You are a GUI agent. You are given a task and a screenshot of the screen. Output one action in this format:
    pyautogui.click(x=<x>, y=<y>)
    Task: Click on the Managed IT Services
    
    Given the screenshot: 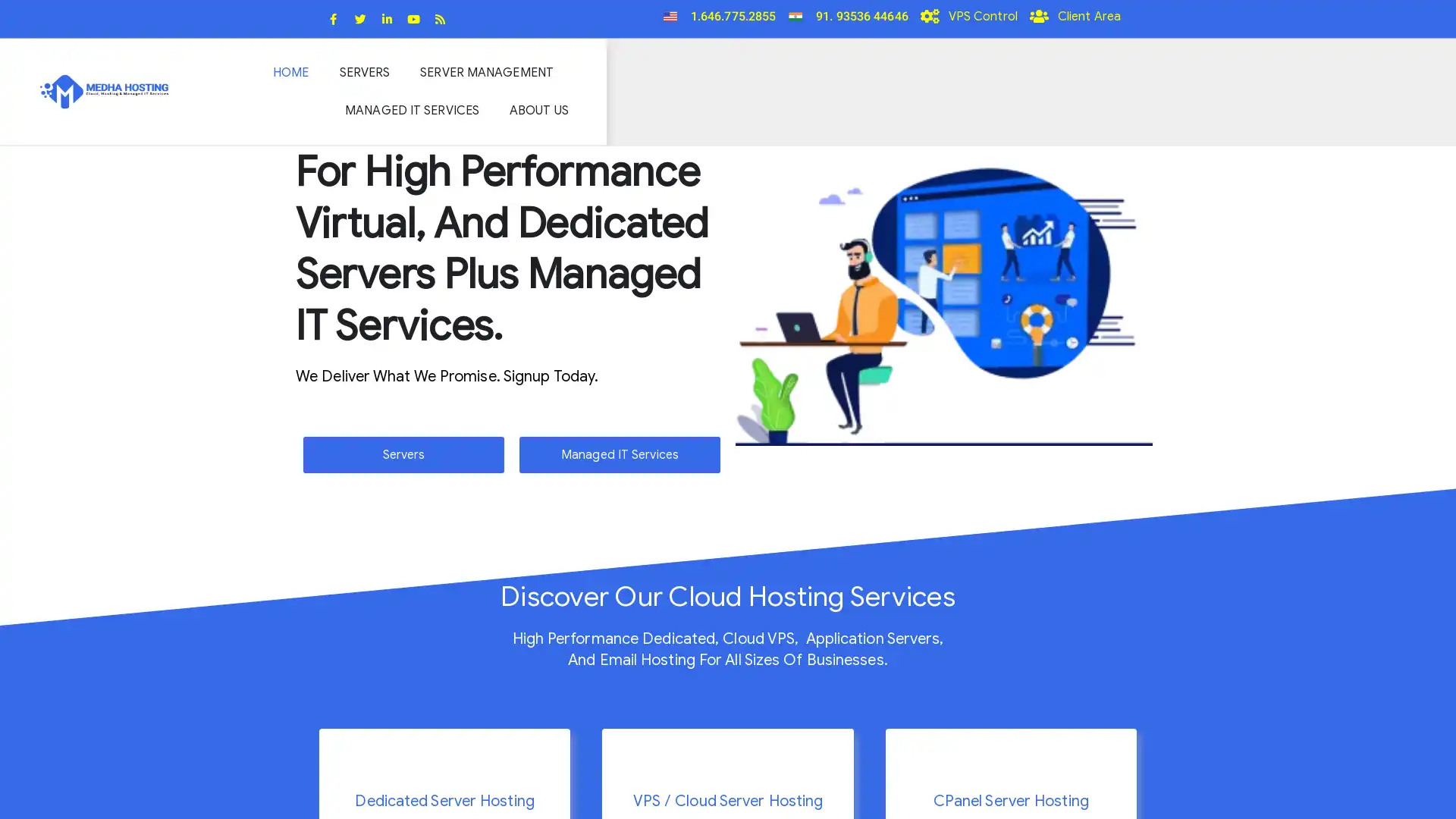 What is the action you would take?
    pyautogui.click(x=620, y=454)
    